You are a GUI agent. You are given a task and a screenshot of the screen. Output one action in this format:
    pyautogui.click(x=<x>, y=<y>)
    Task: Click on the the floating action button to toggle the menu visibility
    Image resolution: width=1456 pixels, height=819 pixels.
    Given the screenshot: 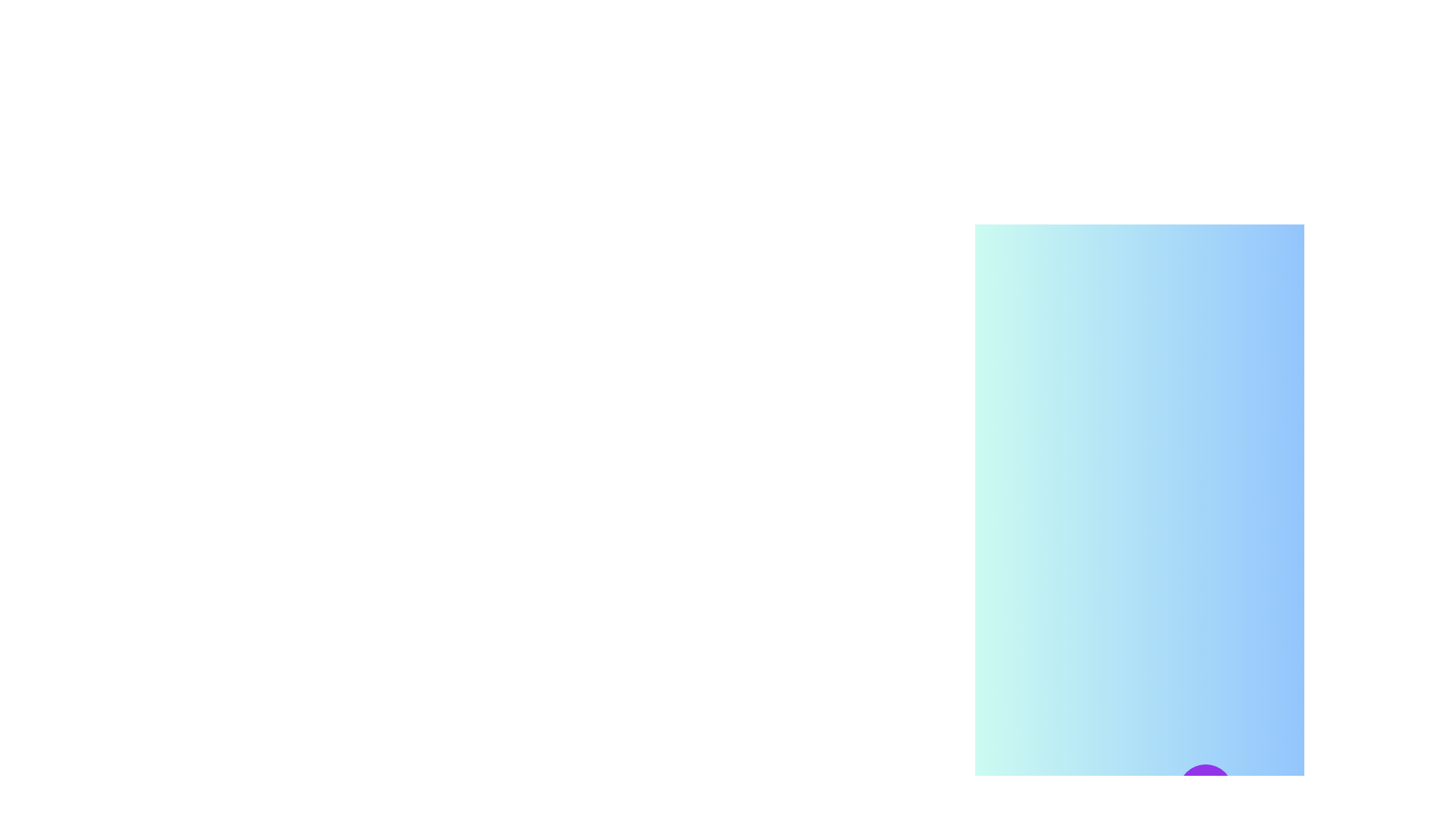 What is the action you would take?
    pyautogui.click(x=1205, y=791)
    